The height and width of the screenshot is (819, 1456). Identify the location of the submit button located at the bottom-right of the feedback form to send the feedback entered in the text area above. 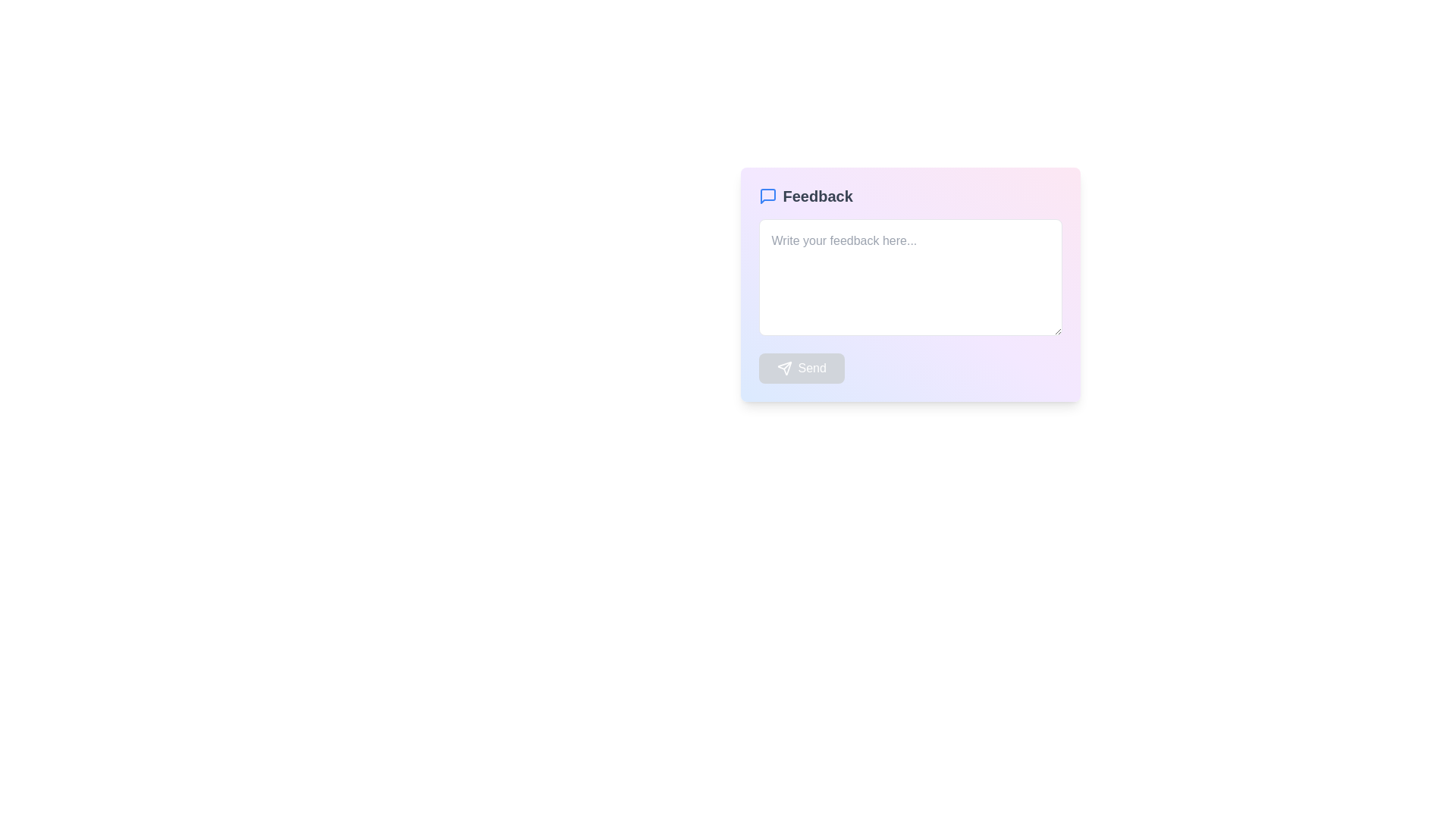
(801, 369).